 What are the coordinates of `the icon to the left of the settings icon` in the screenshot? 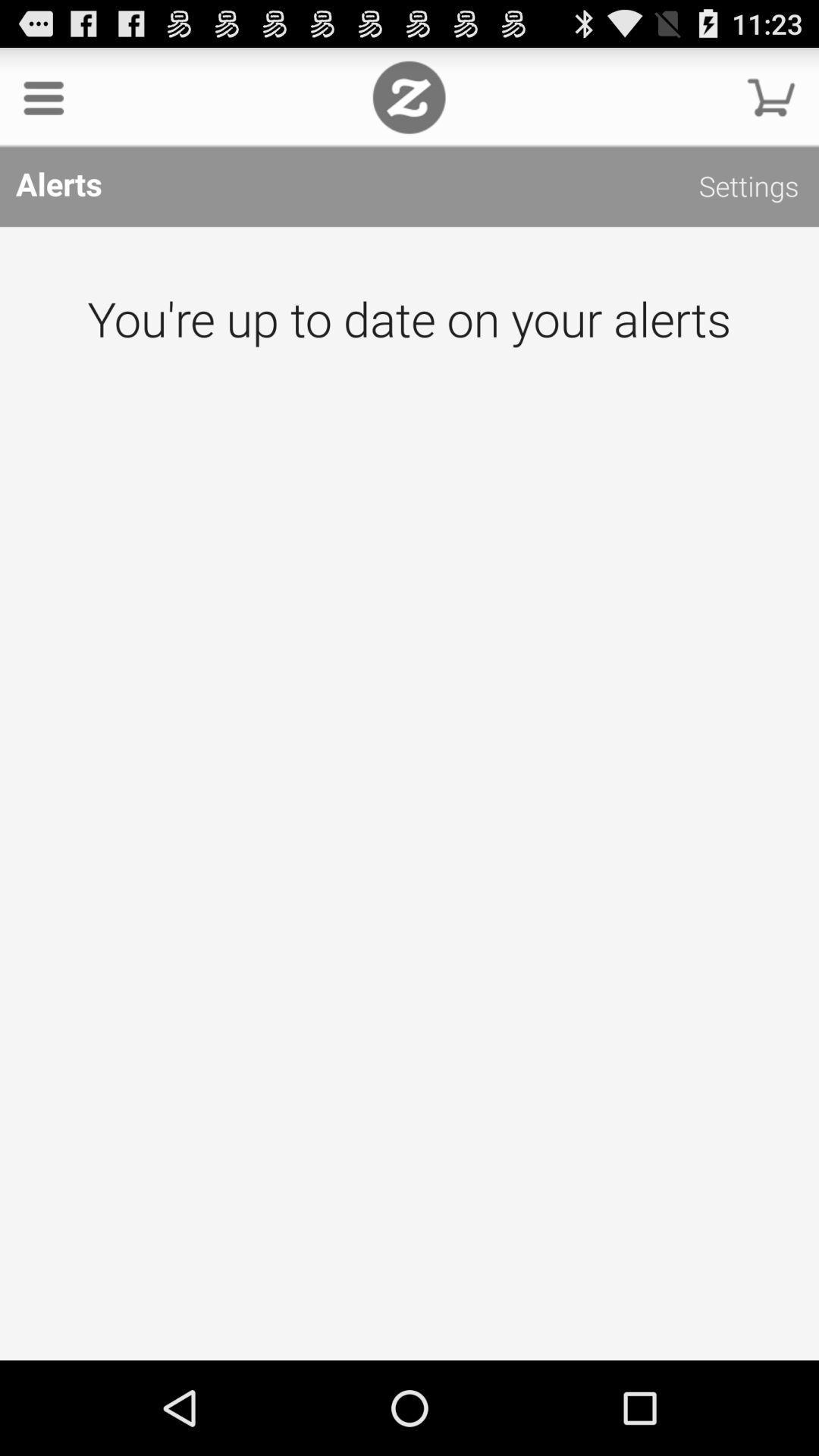 It's located at (408, 96).